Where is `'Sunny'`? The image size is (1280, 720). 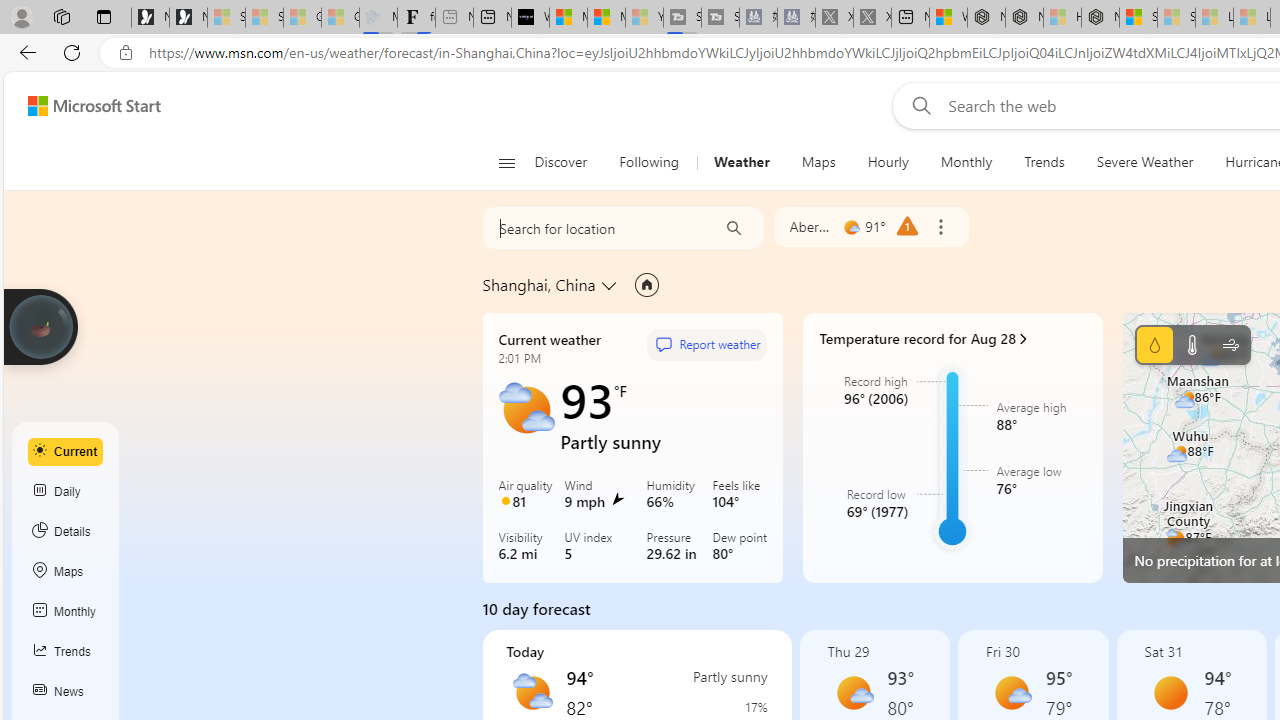 'Sunny' is located at coordinates (1169, 692).